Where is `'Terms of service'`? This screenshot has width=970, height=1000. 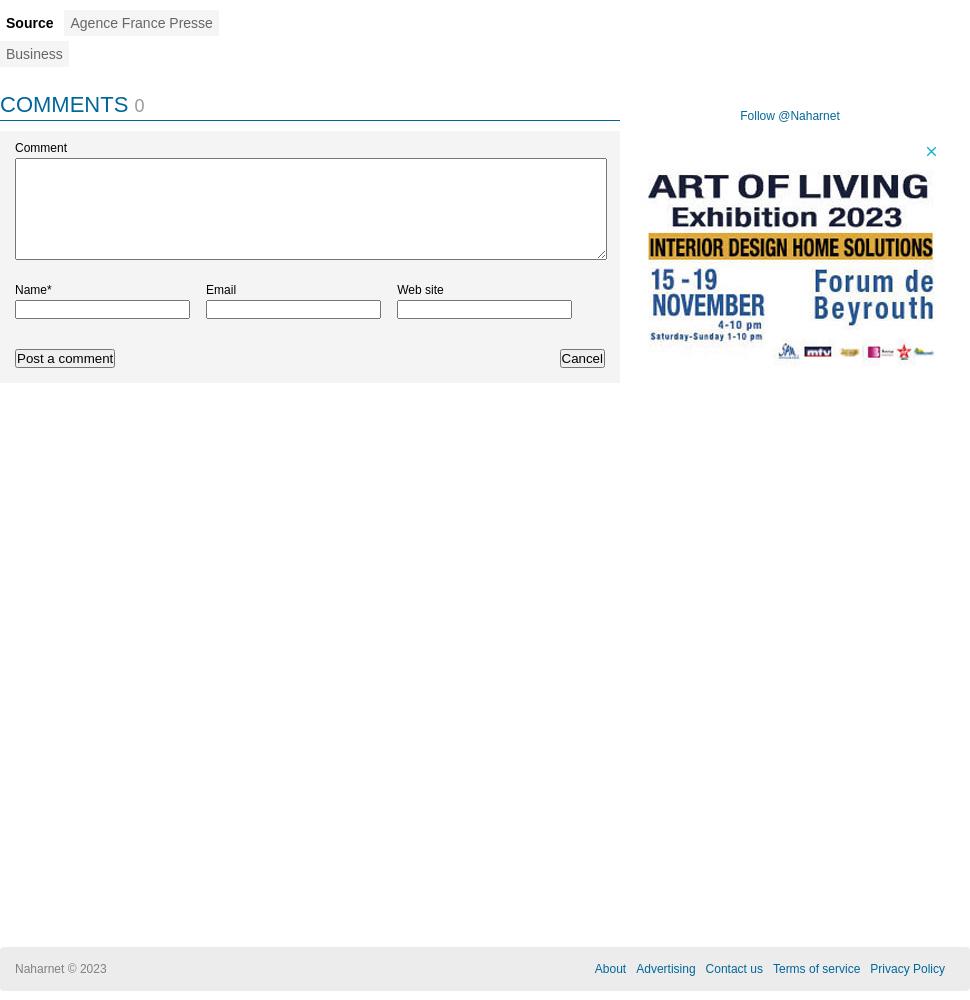
'Terms of service' is located at coordinates (815, 968).